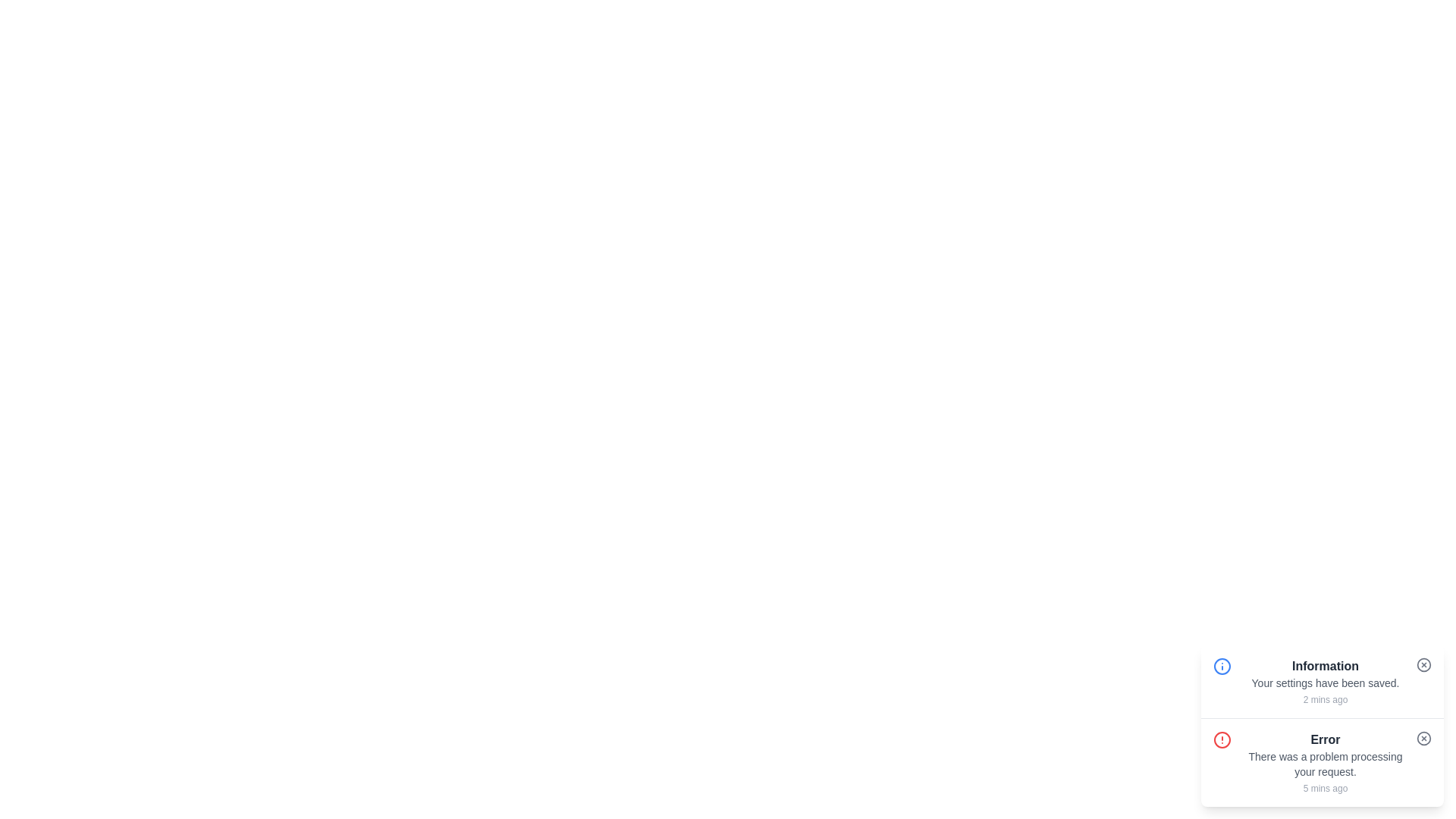 The image size is (1456, 819). Describe the element at coordinates (1423, 664) in the screenshot. I see `the close button of the snackbar` at that location.